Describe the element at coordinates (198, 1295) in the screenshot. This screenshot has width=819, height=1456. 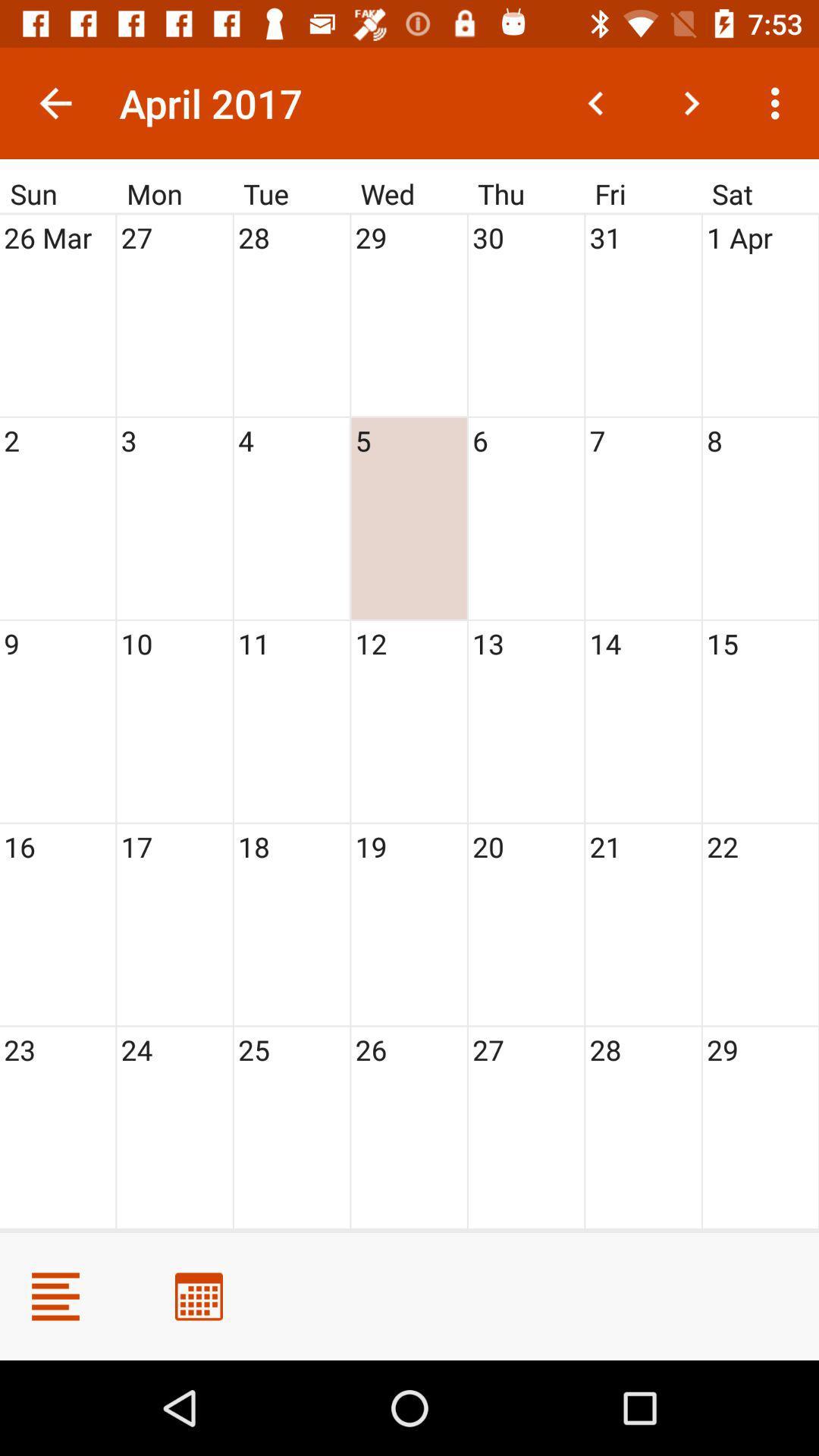
I see `calendar view change` at that location.